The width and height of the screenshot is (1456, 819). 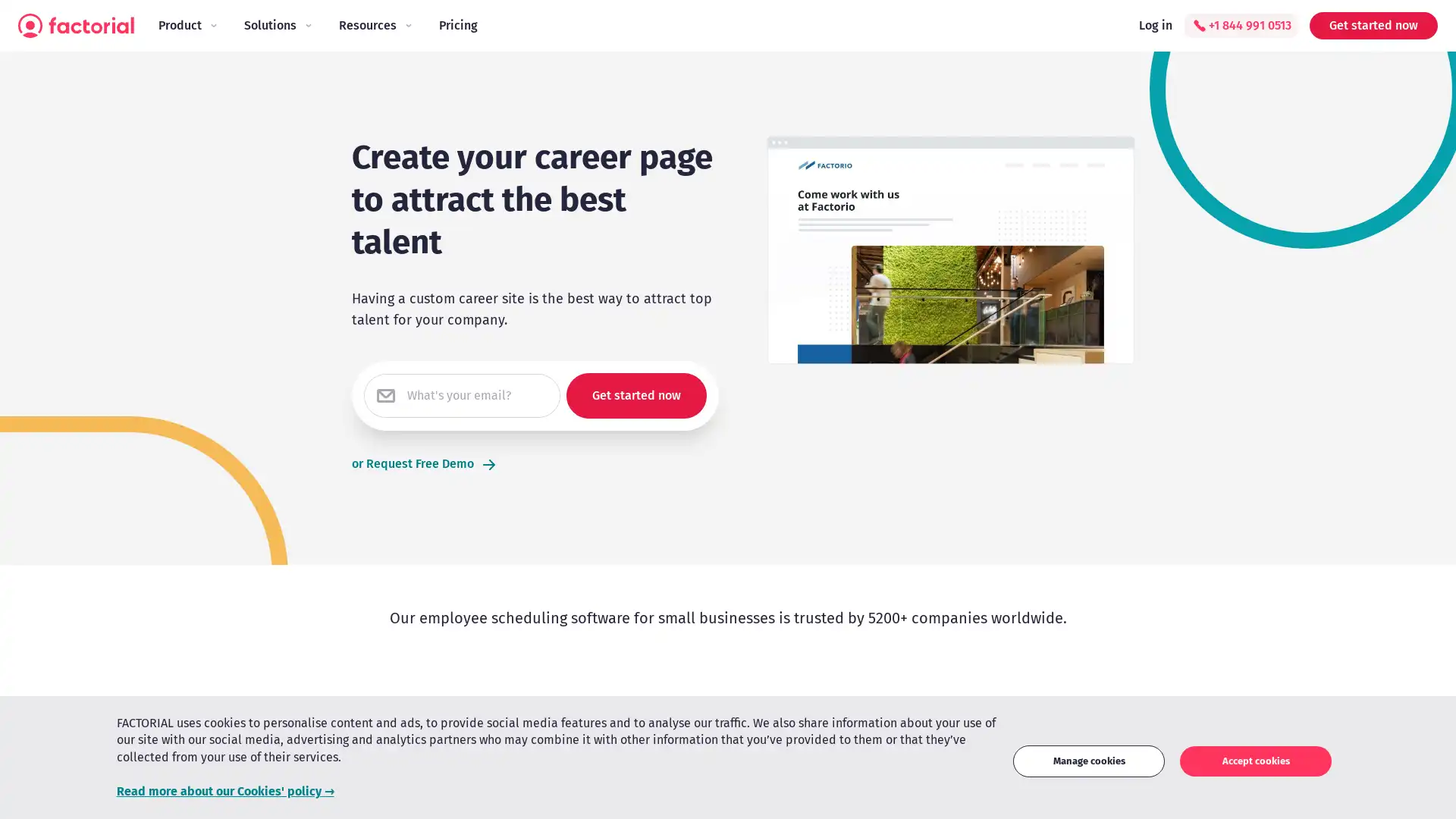 What do you see at coordinates (636, 394) in the screenshot?
I see `Get started now` at bounding box center [636, 394].